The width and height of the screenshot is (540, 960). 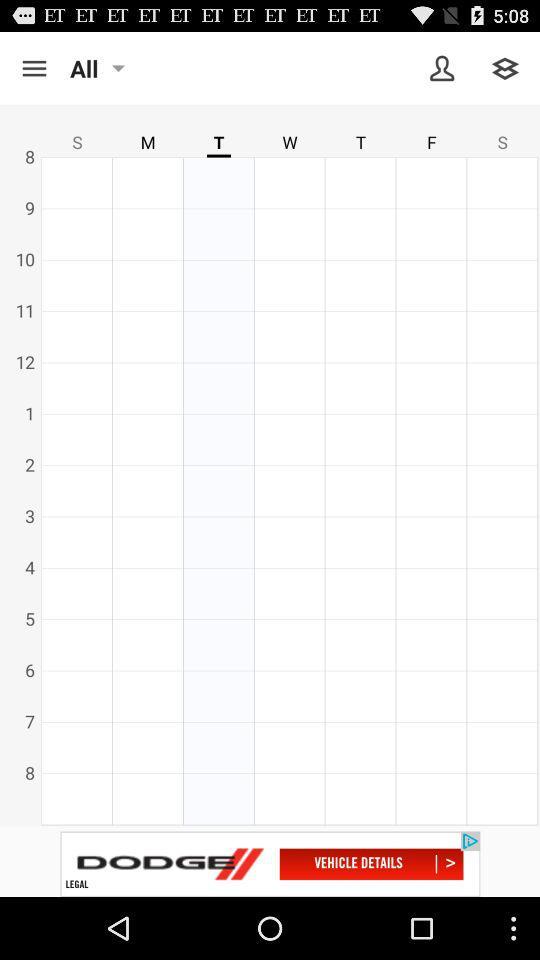 I want to click on visit advertiser website, so click(x=270, y=863).